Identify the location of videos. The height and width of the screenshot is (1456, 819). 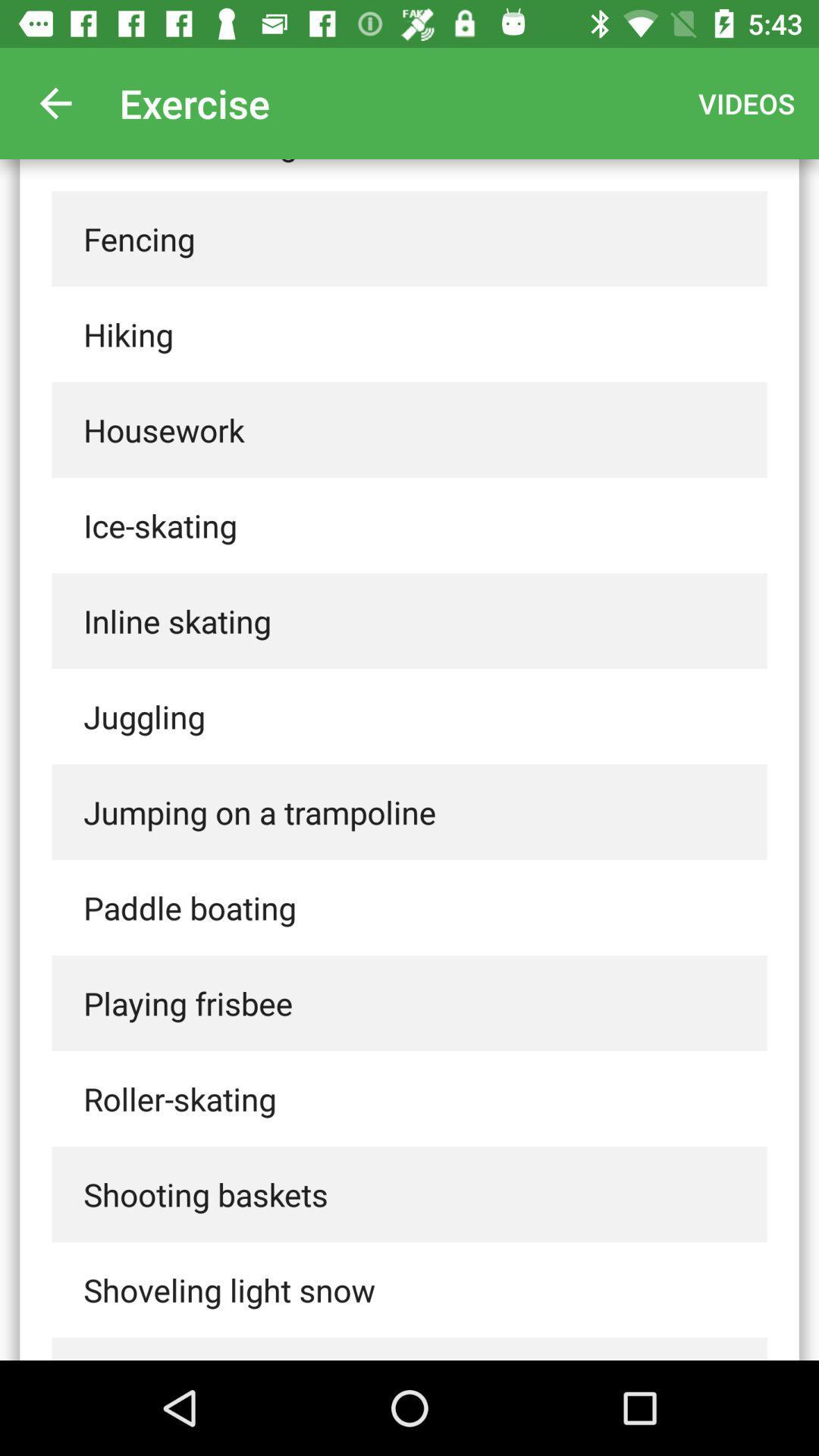
(745, 102).